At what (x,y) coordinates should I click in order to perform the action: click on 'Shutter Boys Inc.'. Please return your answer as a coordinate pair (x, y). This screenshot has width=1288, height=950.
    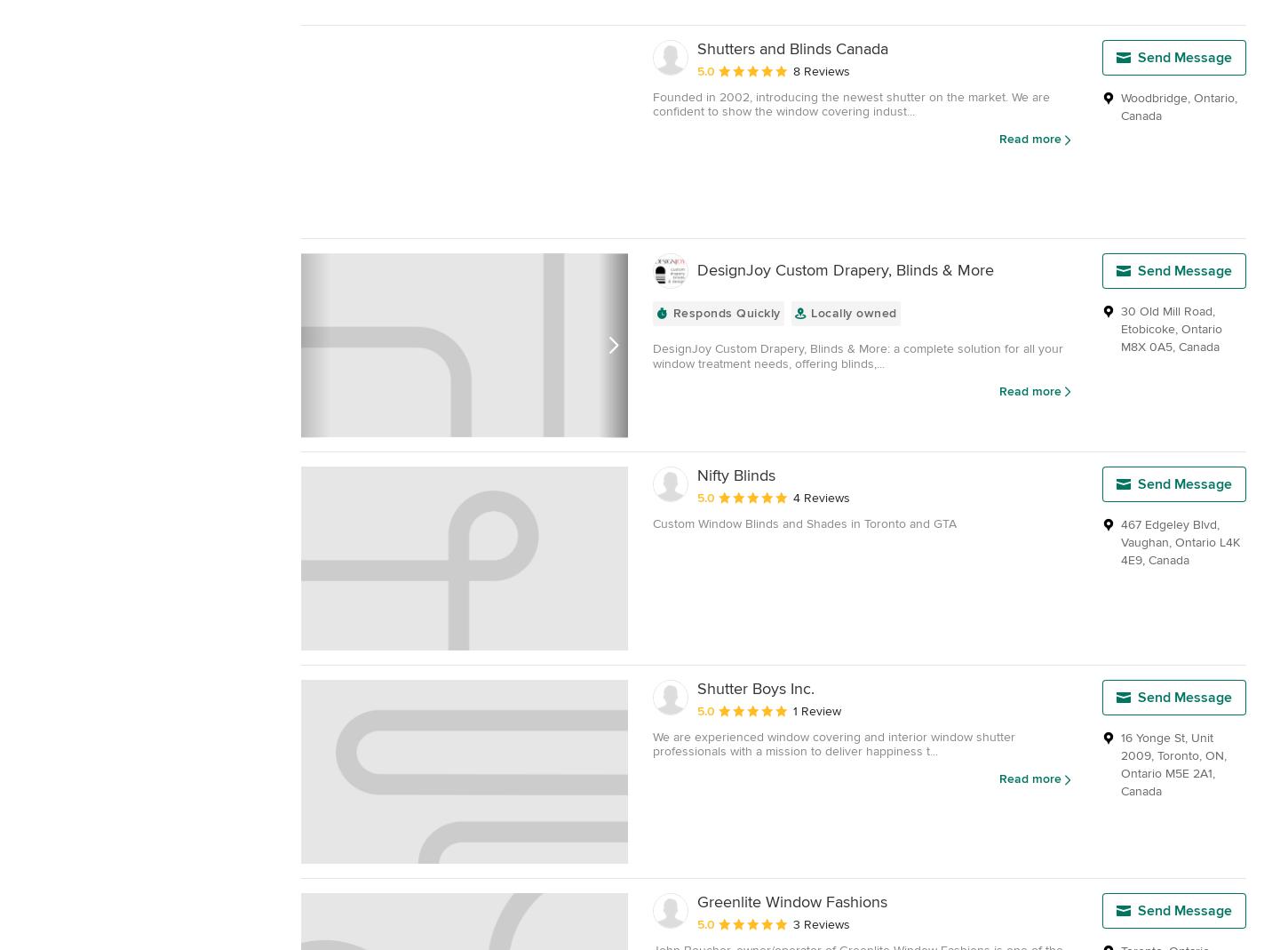
    Looking at the image, I should click on (755, 689).